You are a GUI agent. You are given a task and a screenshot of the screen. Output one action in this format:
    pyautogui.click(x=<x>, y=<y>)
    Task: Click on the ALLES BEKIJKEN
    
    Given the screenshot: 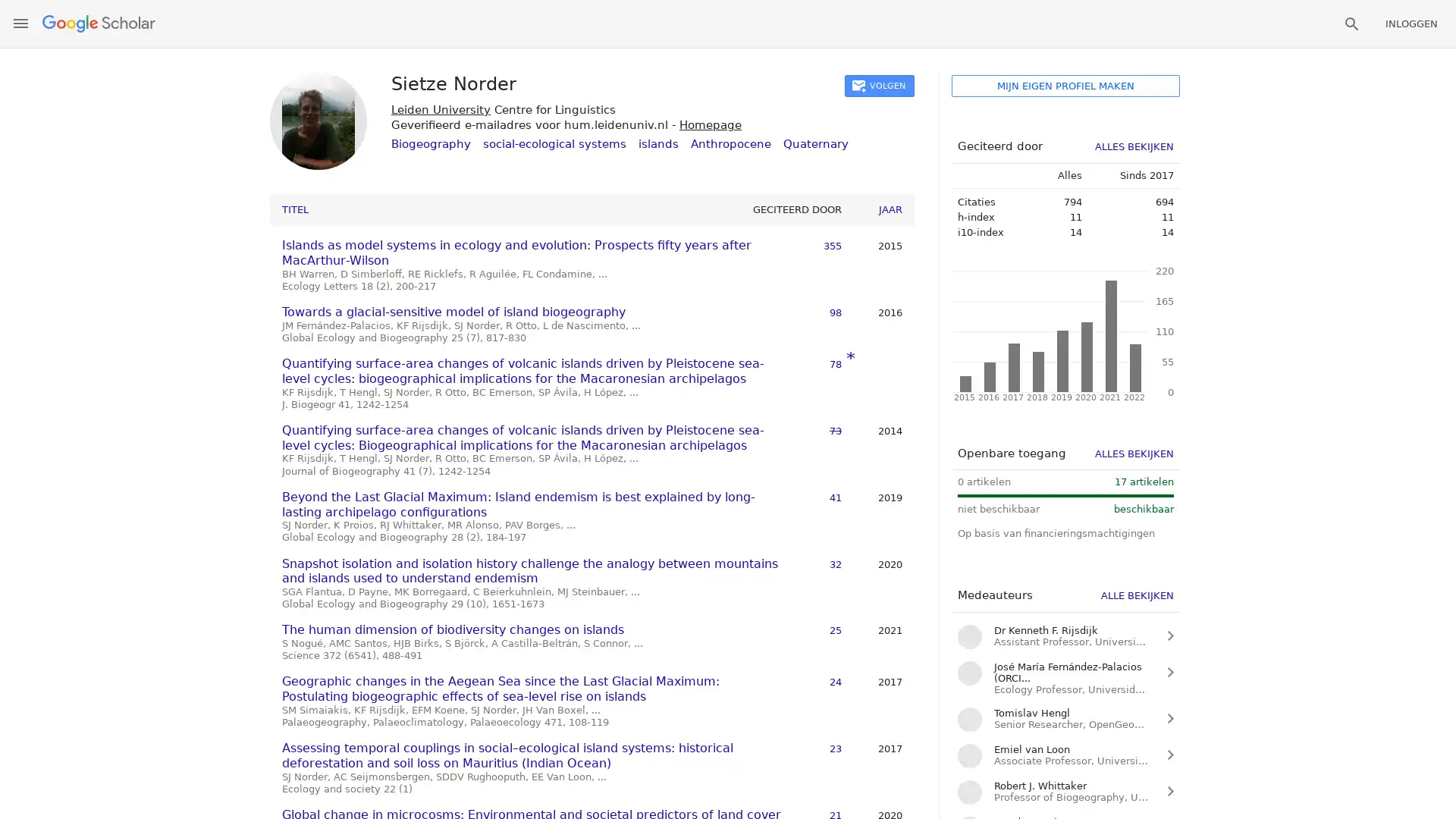 What is the action you would take?
    pyautogui.click(x=1134, y=146)
    